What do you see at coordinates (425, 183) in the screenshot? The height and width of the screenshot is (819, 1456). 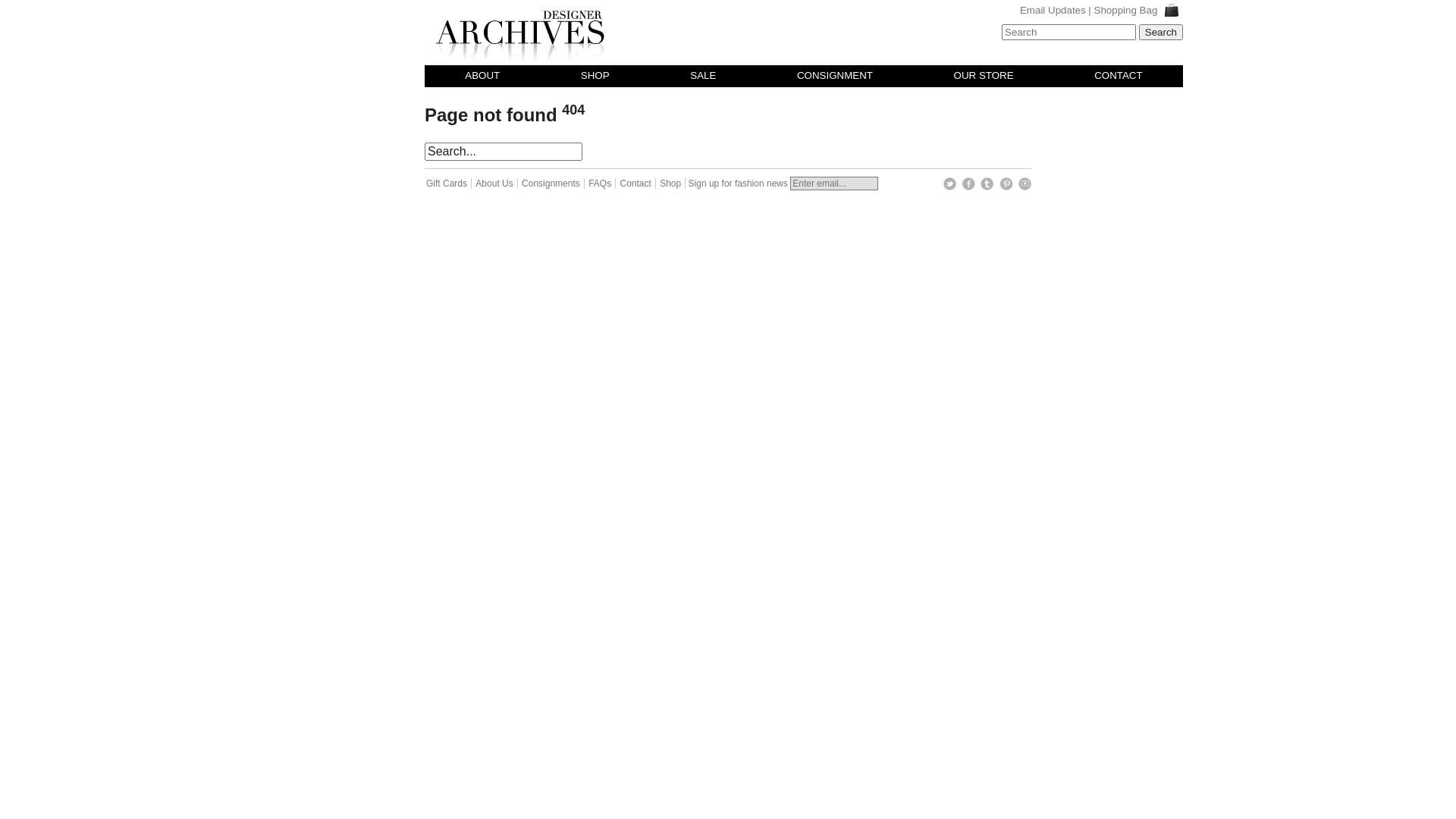 I see `'Gift Cards'` at bounding box center [425, 183].